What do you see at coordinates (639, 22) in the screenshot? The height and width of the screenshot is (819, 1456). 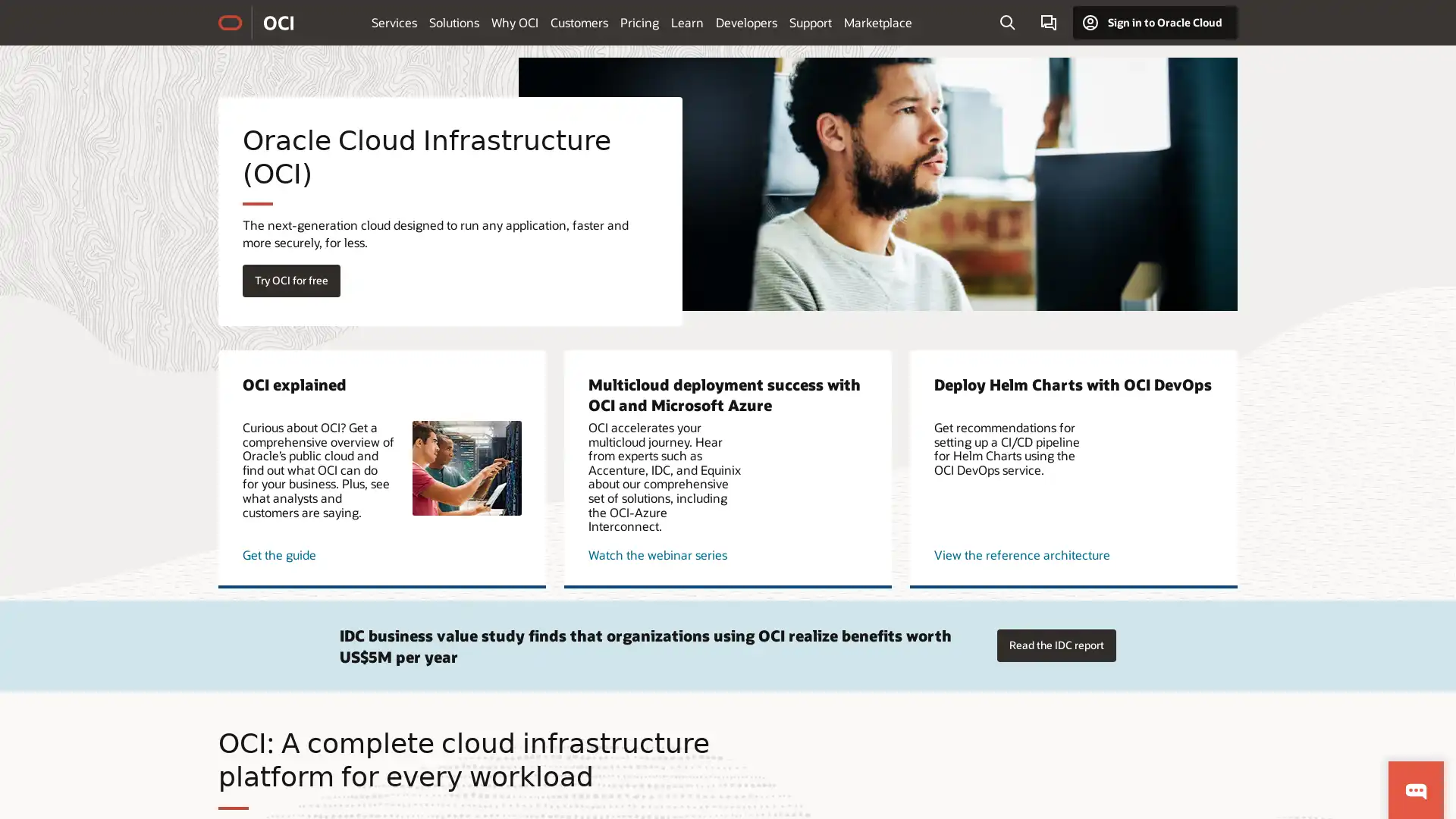 I see `Pricing` at bounding box center [639, 22].